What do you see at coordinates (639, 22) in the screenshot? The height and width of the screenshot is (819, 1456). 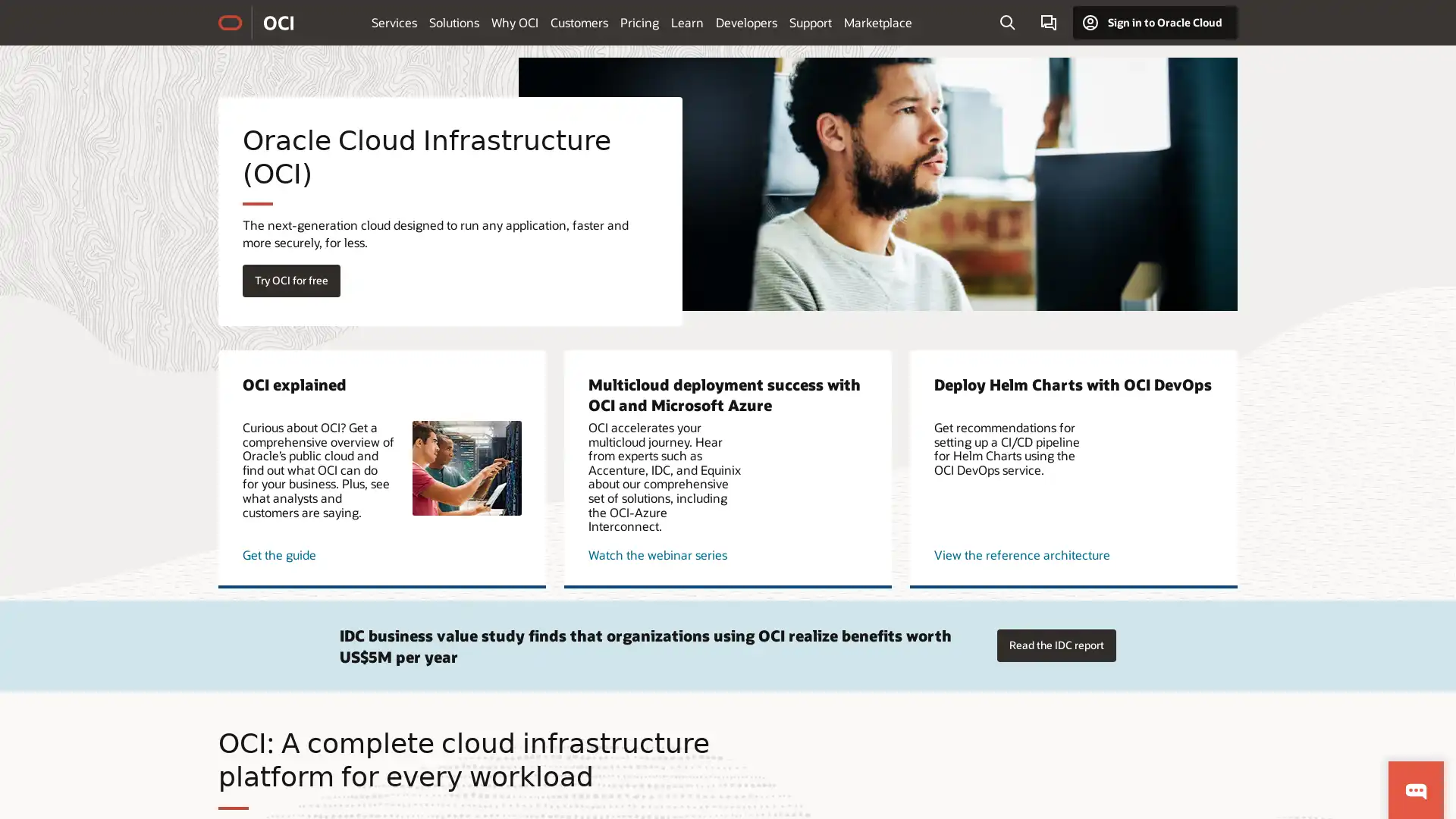 I see `Pricing` at bounding box center [639, 22].